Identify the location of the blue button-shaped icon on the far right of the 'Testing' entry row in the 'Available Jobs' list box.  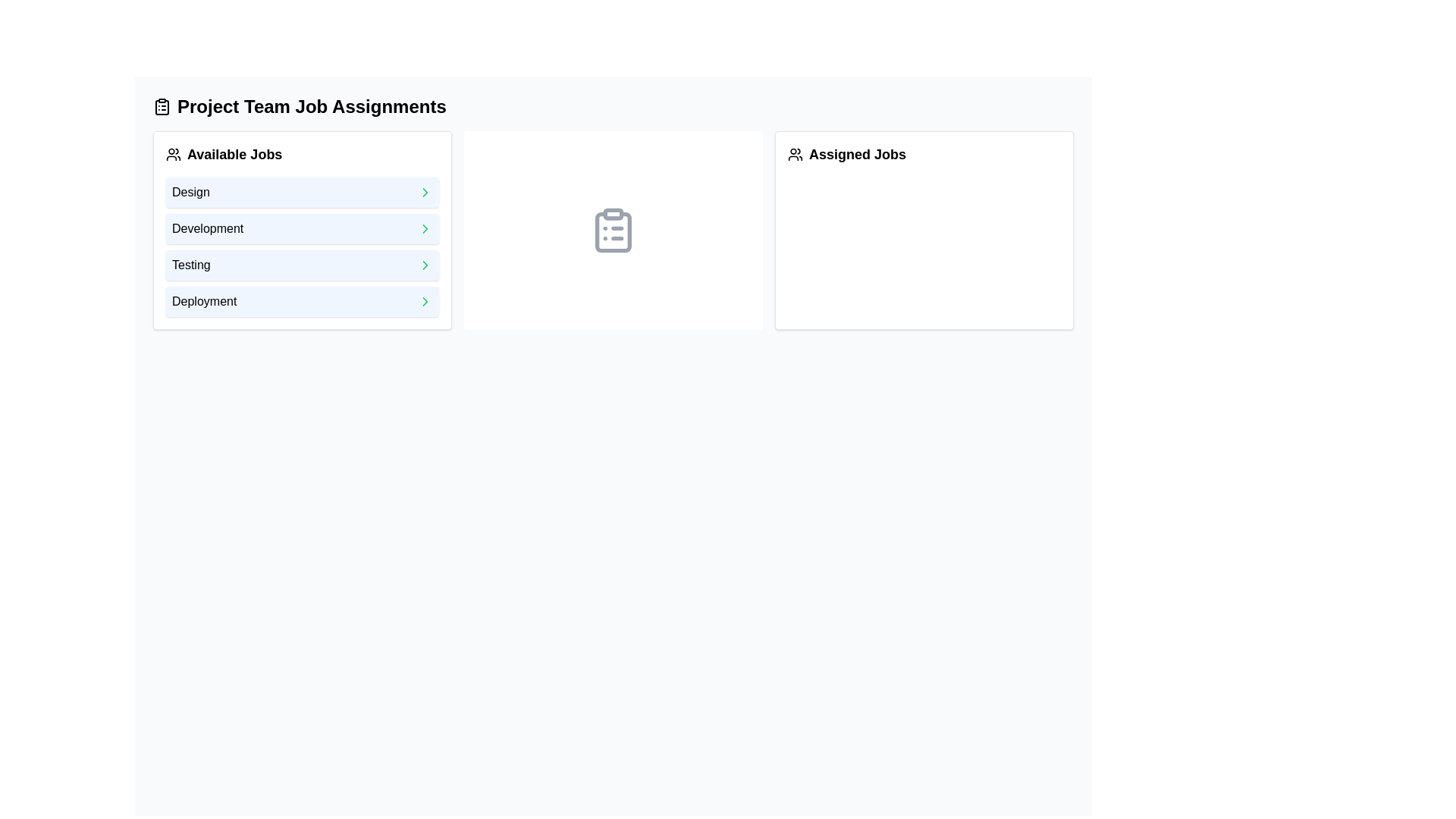
(425, 265).